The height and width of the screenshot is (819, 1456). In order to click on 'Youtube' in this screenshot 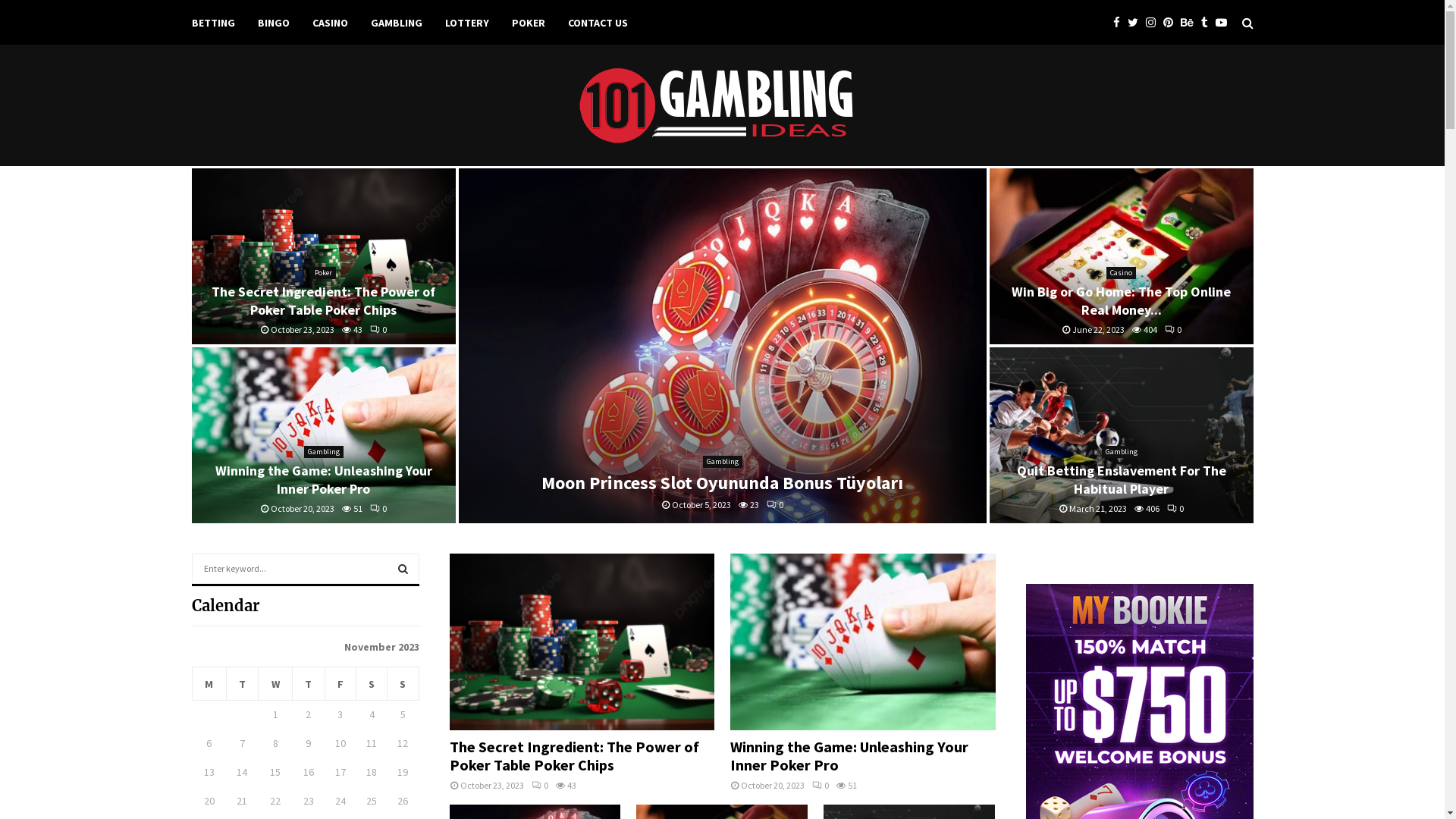, I will do `click(1224, 23)`.